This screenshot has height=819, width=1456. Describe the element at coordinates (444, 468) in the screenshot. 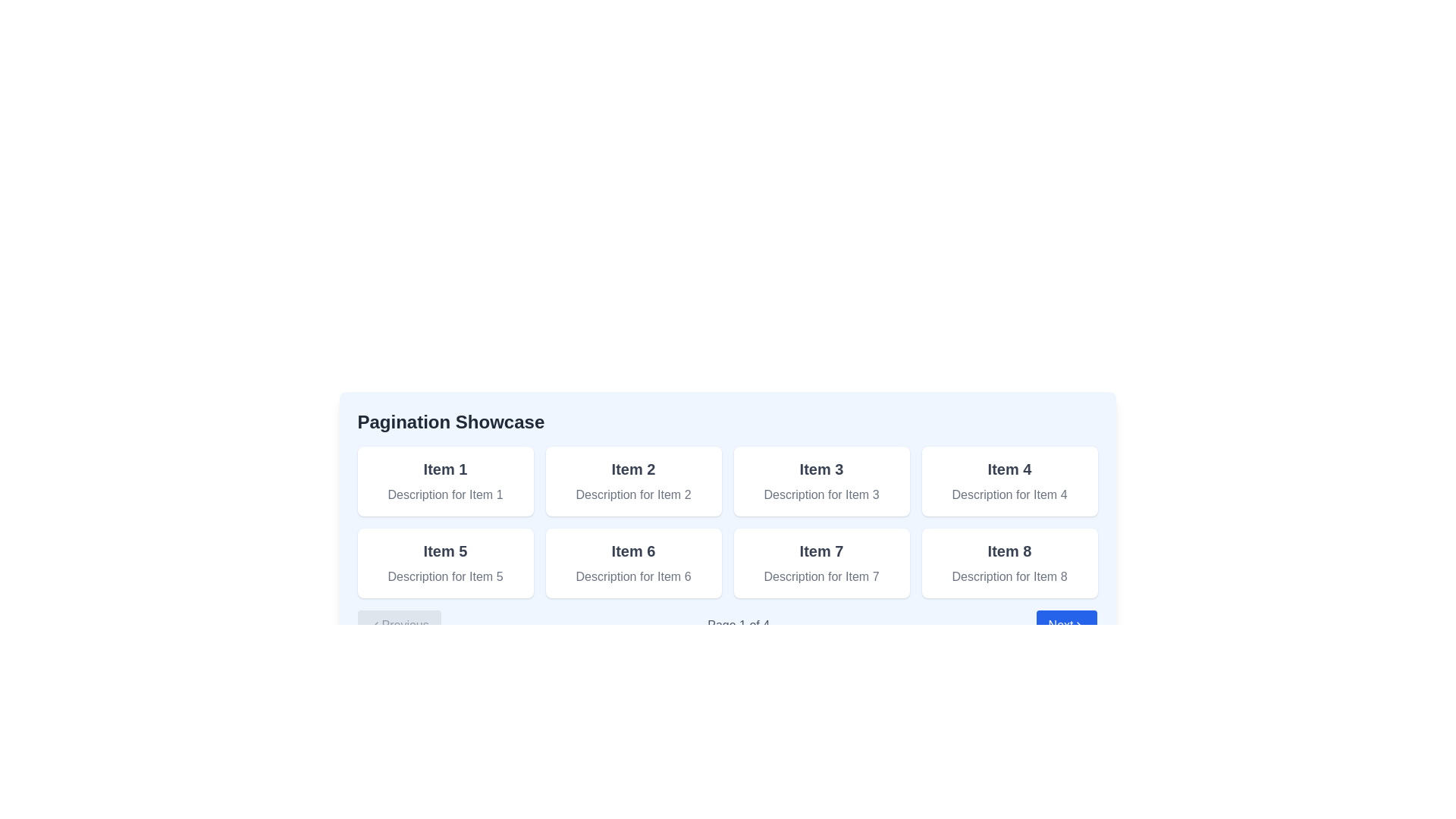

I see `the title label located at the top-left of the item card which distinguishes it from other cards, positioned above the 'Description for Item 1'` at that location.